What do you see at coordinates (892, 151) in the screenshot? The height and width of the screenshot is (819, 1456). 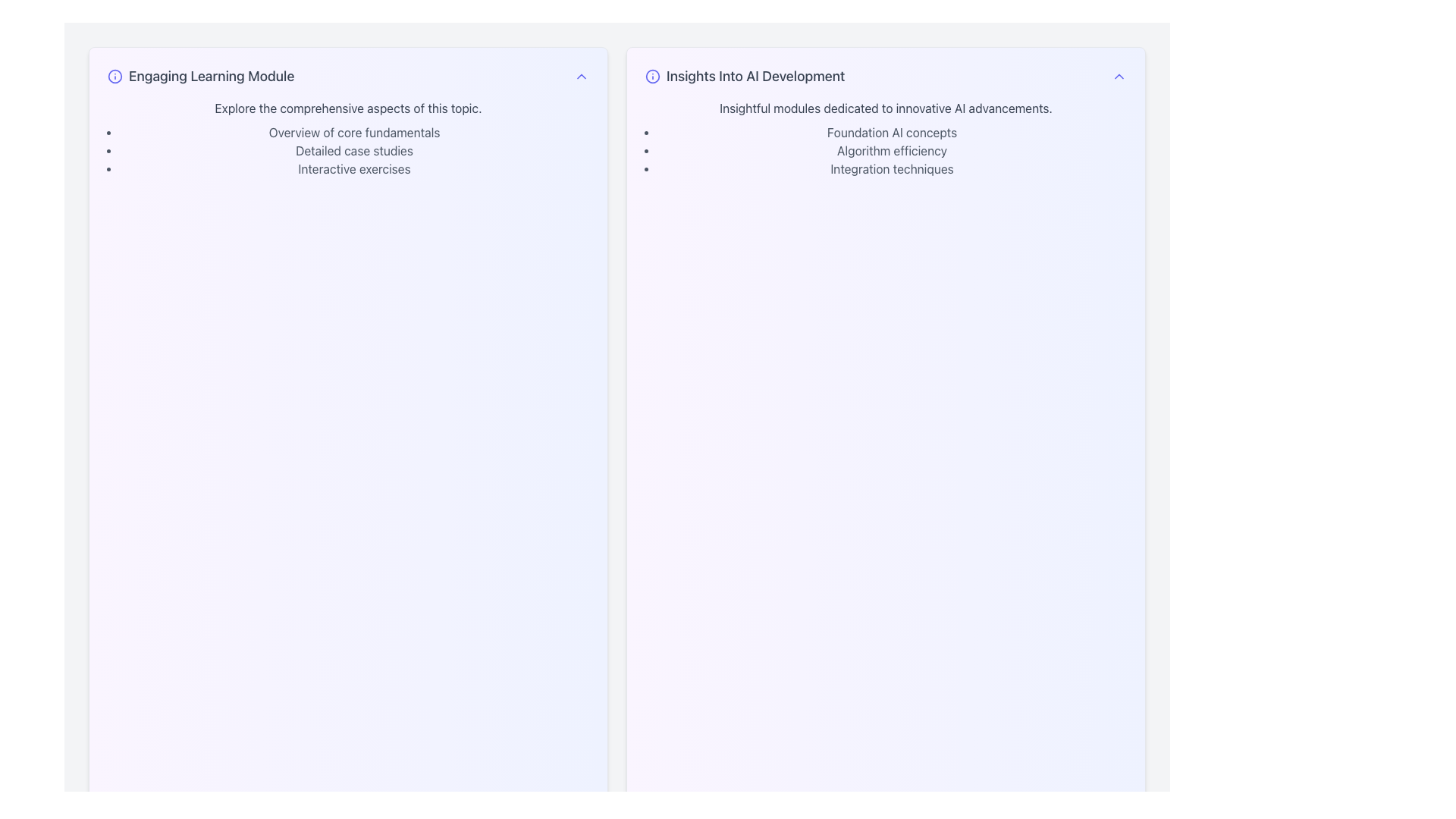 I see `the List element styled with bullets that is located in the panel labeled 'Insights Into AI Development', positioned below the descriptive text 'Insightful modules dedicated to innovative AI advancements'` at bounding box center [892, 151].